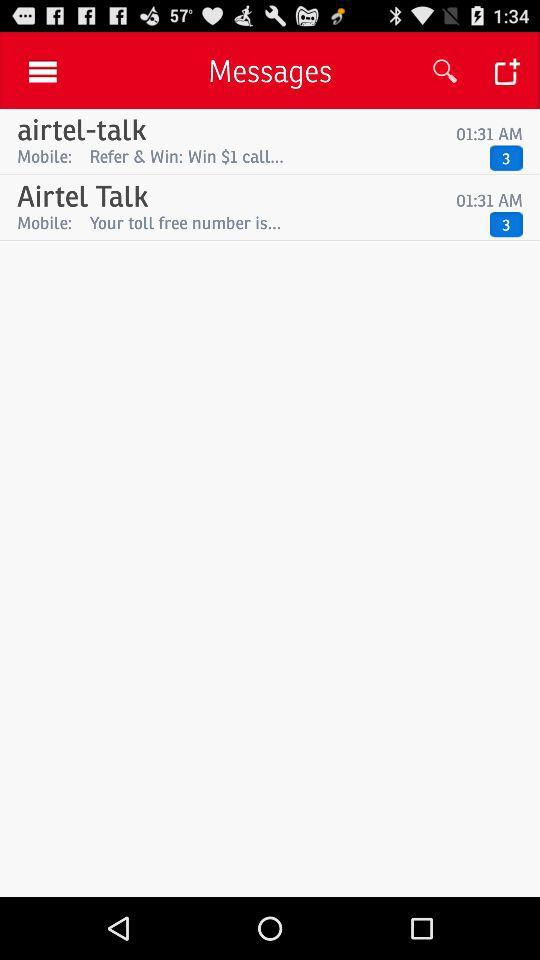 The width and height of the screenshot is (540, 960). What do you see at coordinates (284, 222) in the screenshot?
I see `item to the right of the mobile: item` at bounding box center [284, 222].